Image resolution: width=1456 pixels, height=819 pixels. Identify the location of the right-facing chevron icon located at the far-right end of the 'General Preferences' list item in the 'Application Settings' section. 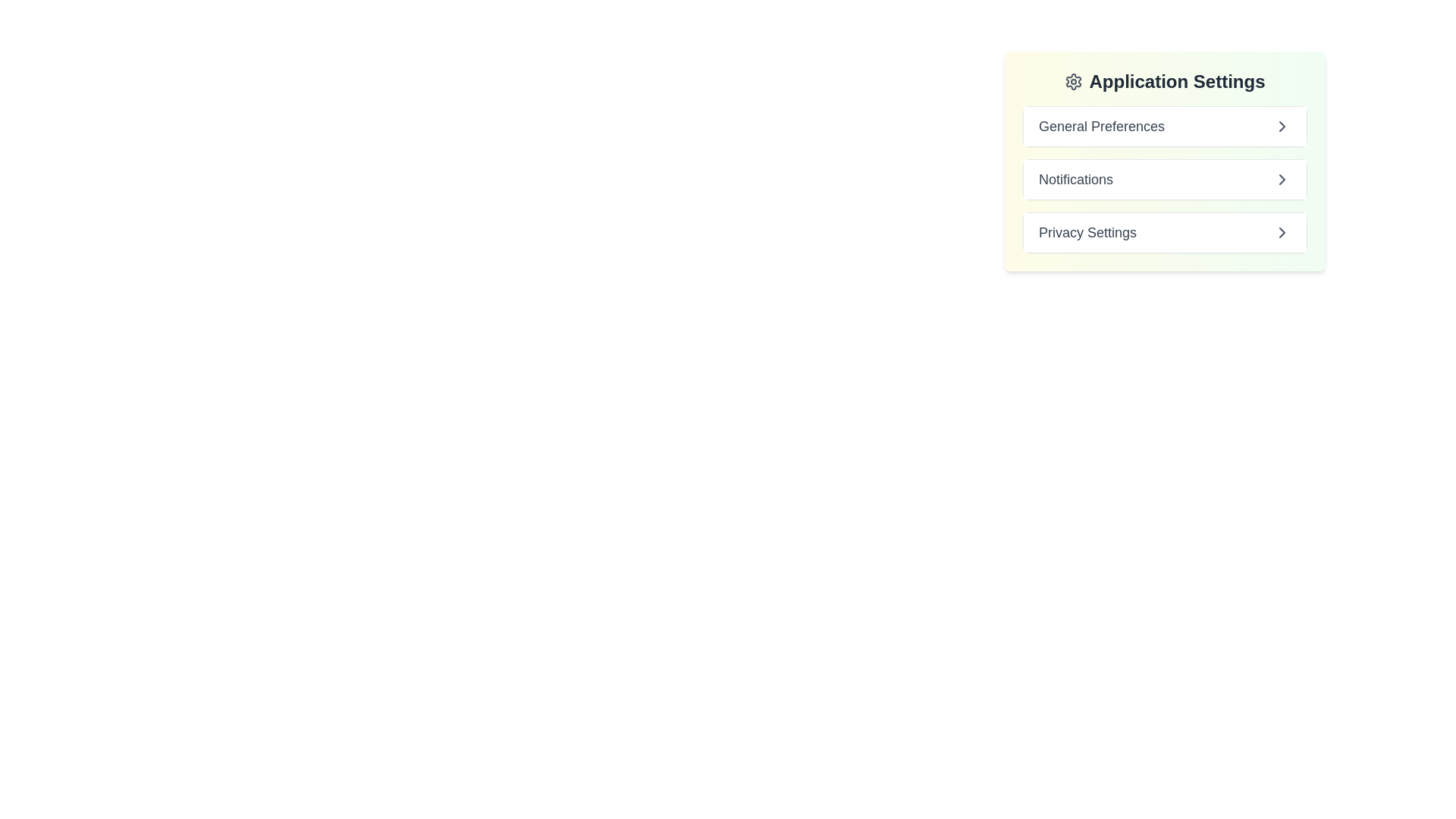
(1281, 125).